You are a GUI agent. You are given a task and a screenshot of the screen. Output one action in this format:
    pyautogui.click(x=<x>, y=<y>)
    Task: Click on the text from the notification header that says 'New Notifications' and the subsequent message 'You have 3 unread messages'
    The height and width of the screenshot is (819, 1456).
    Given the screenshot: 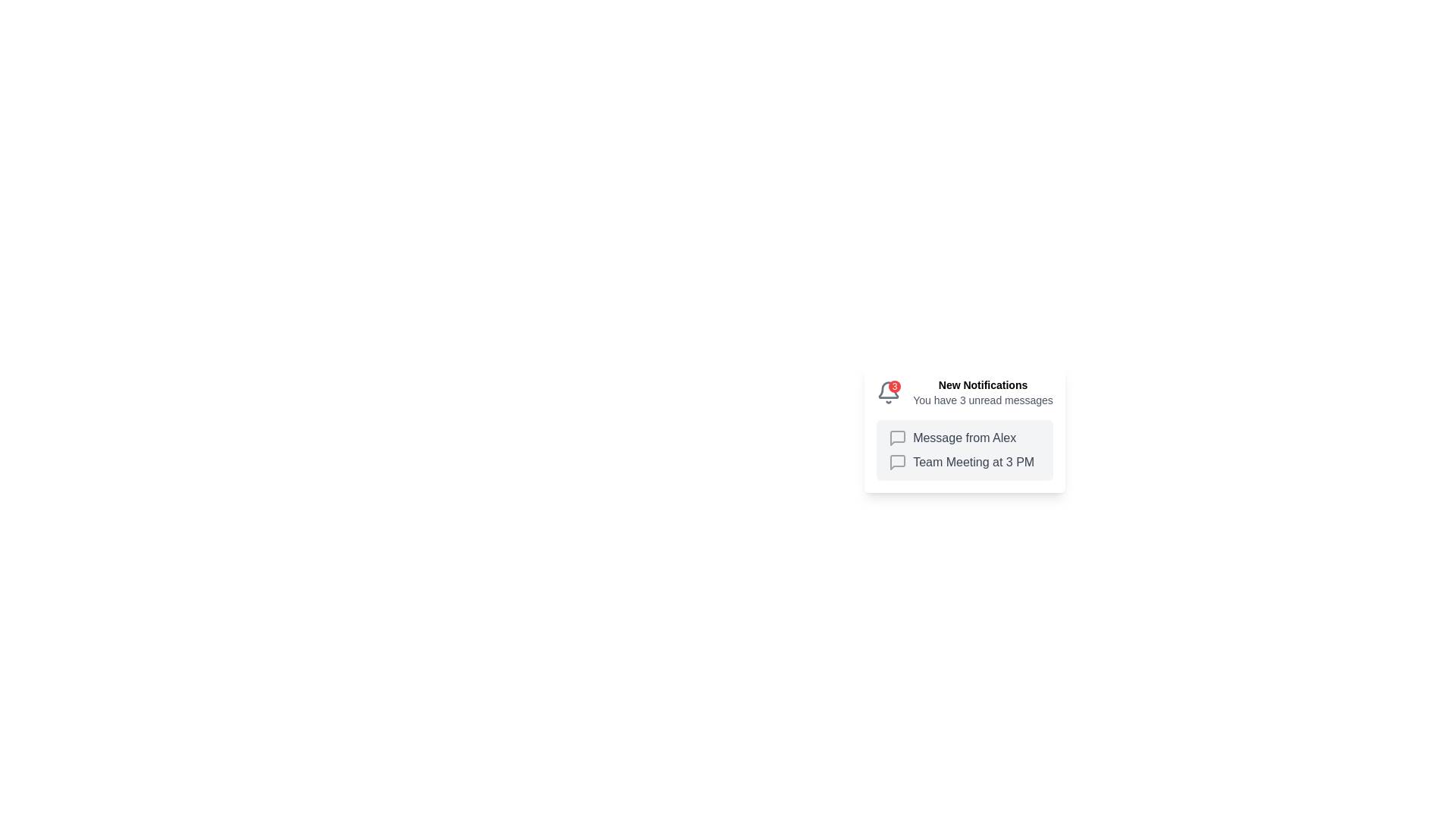 What is the action you would take?
    pyautogui.click(x=983, y=391)
    